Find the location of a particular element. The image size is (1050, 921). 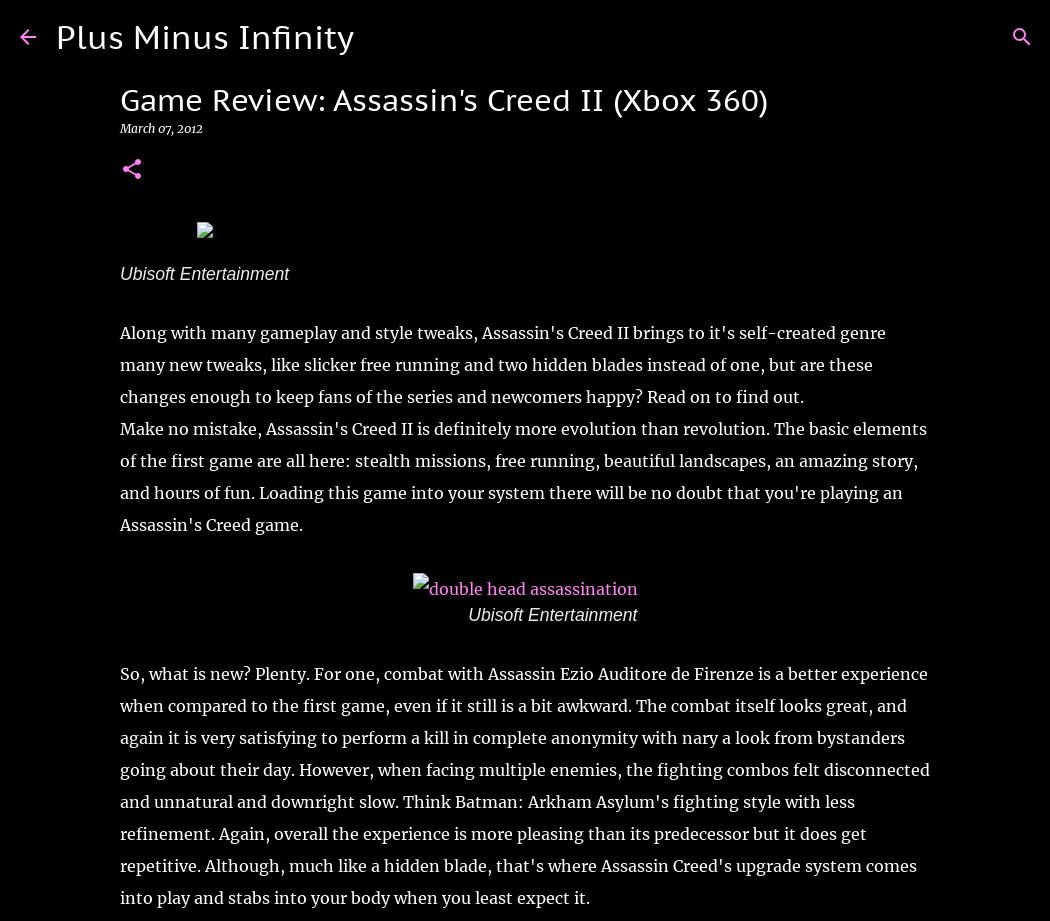

'third person shooter' is located at coordinates (393, 251).